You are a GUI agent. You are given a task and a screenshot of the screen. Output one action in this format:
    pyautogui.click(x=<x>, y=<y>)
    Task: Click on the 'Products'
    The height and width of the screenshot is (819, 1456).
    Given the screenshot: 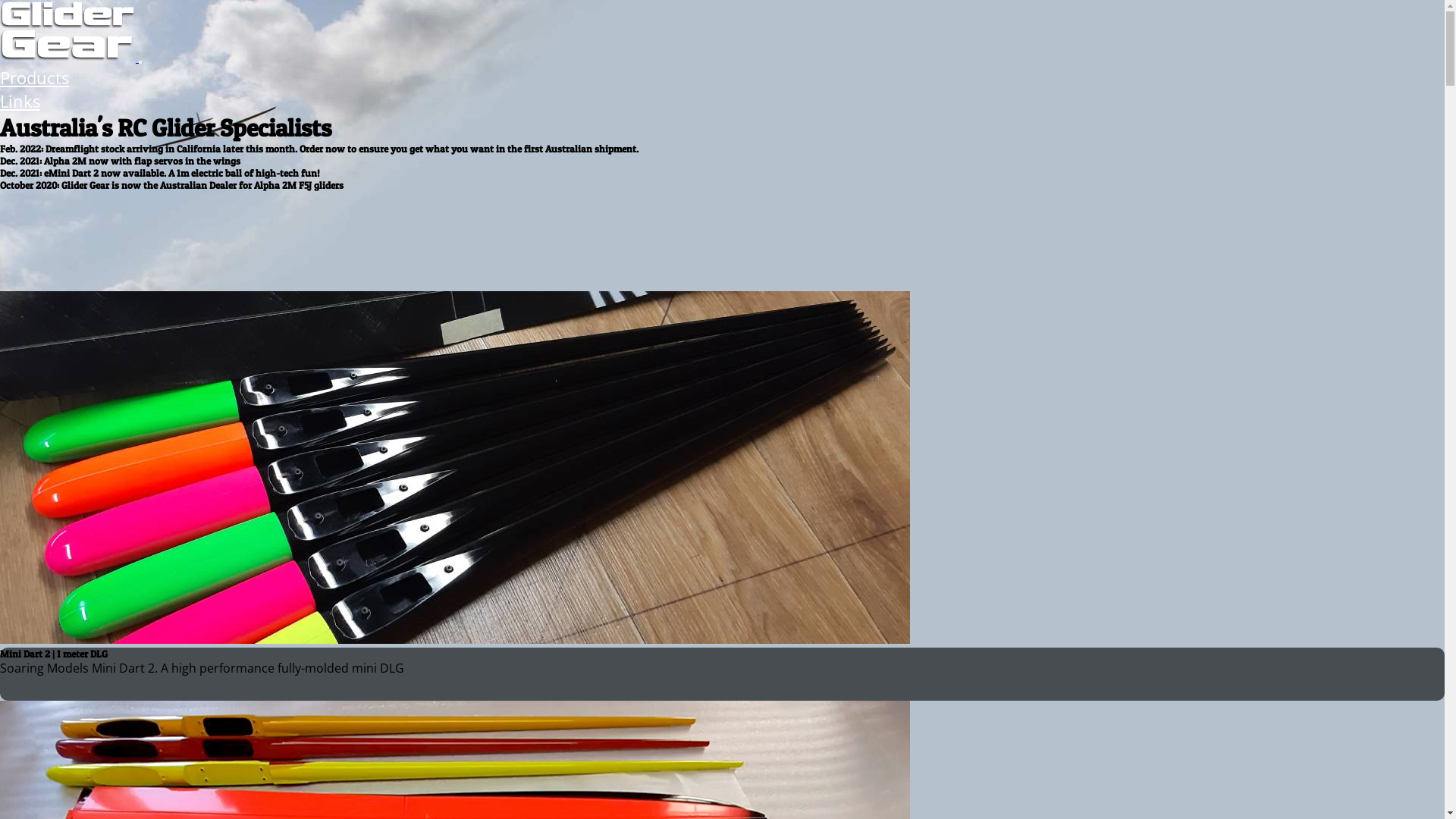 What is the action you would take?
    pyautogui.click(x=34, y=77)
    